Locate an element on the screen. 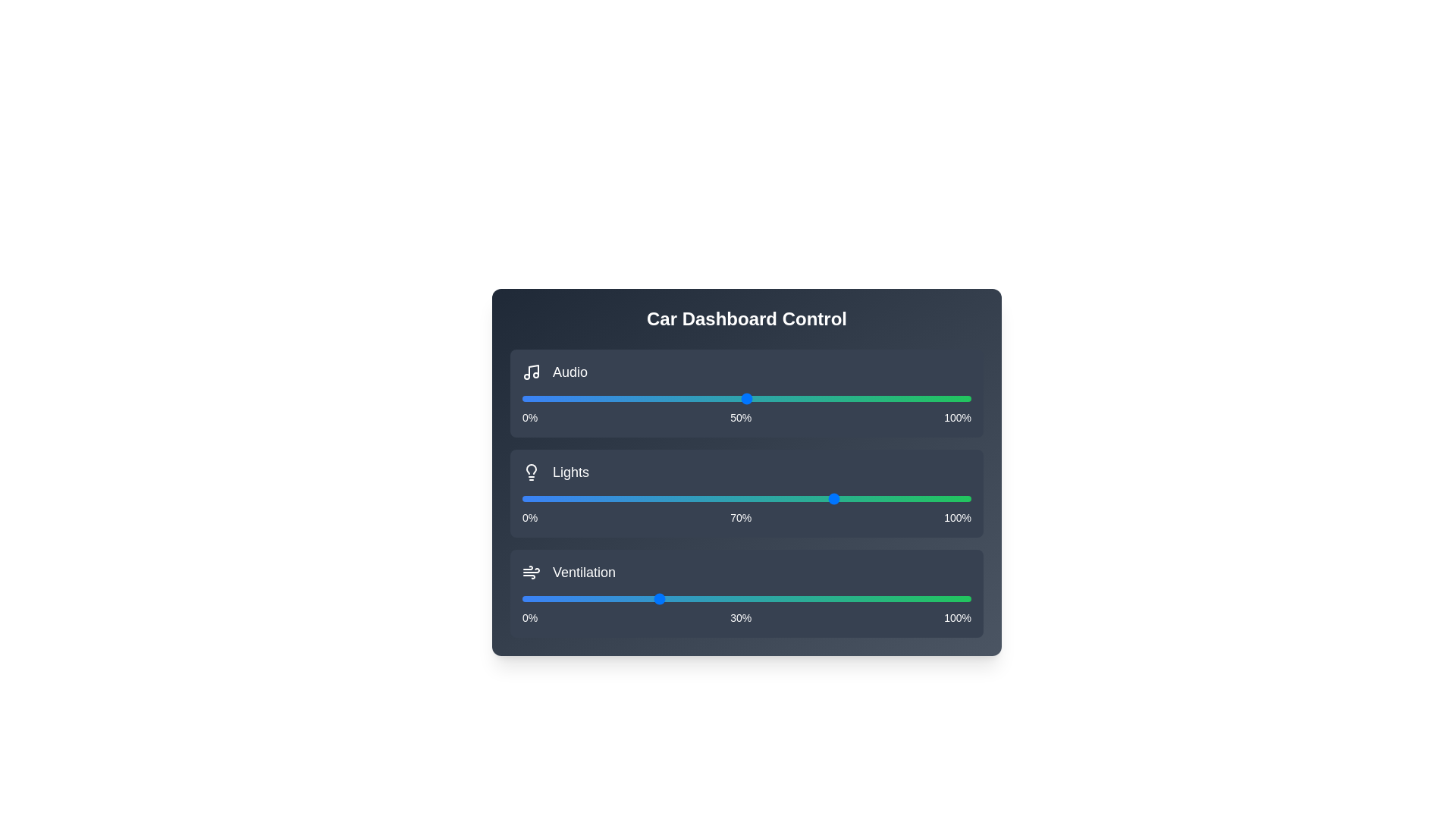 Image resolution: width=1456 pixels, height=819 pixels. the ventilation slider to 39% is located at coordinates (696, 598).